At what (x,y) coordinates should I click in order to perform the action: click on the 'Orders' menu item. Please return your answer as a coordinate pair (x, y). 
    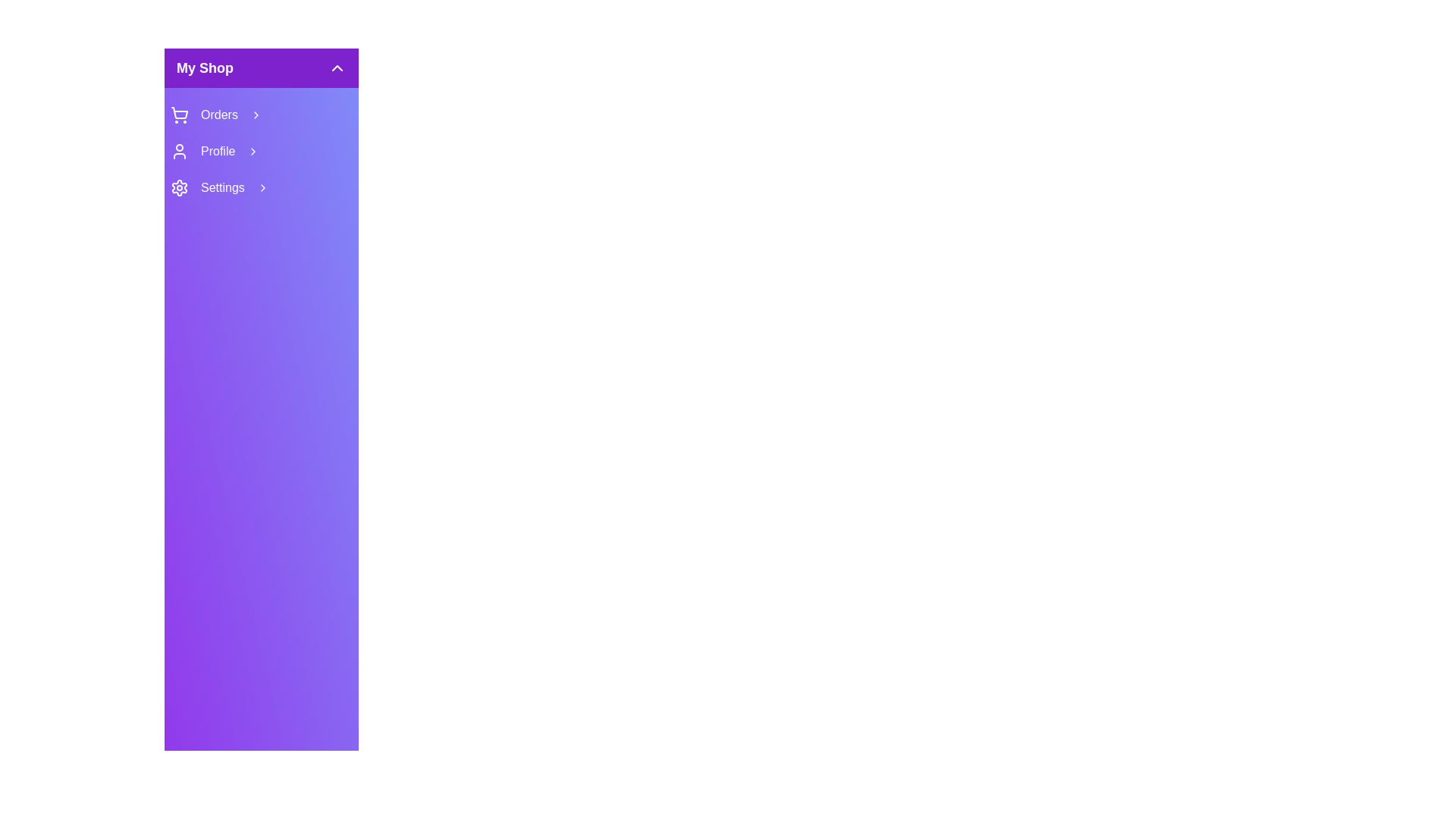
    Looking at the image, I should click on (262, 114).